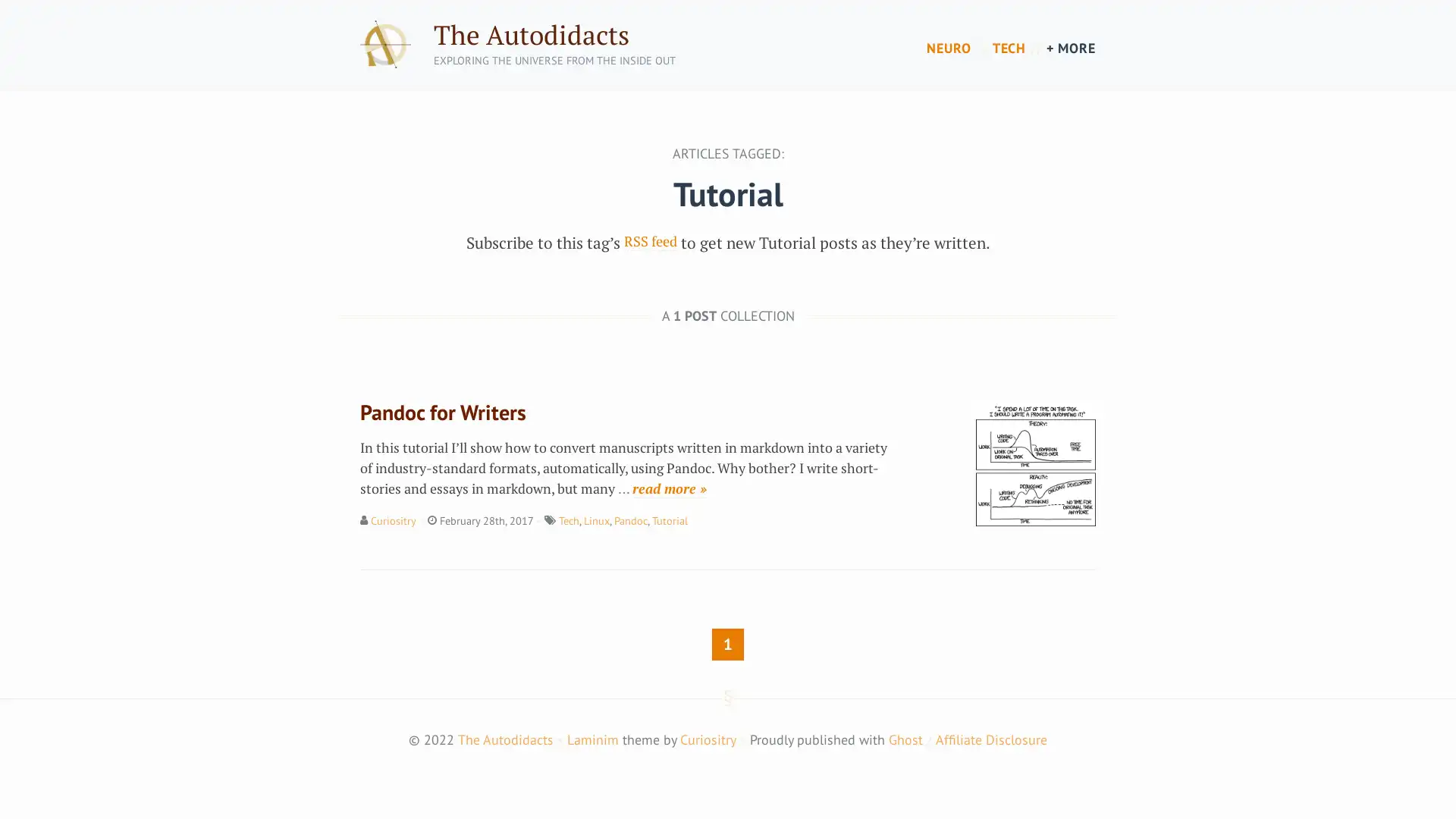 This screenshot has width=1456, height=819. Describe the element at coordinates (1068, 46) in the screenshot. I see `+ MORE` at that location.